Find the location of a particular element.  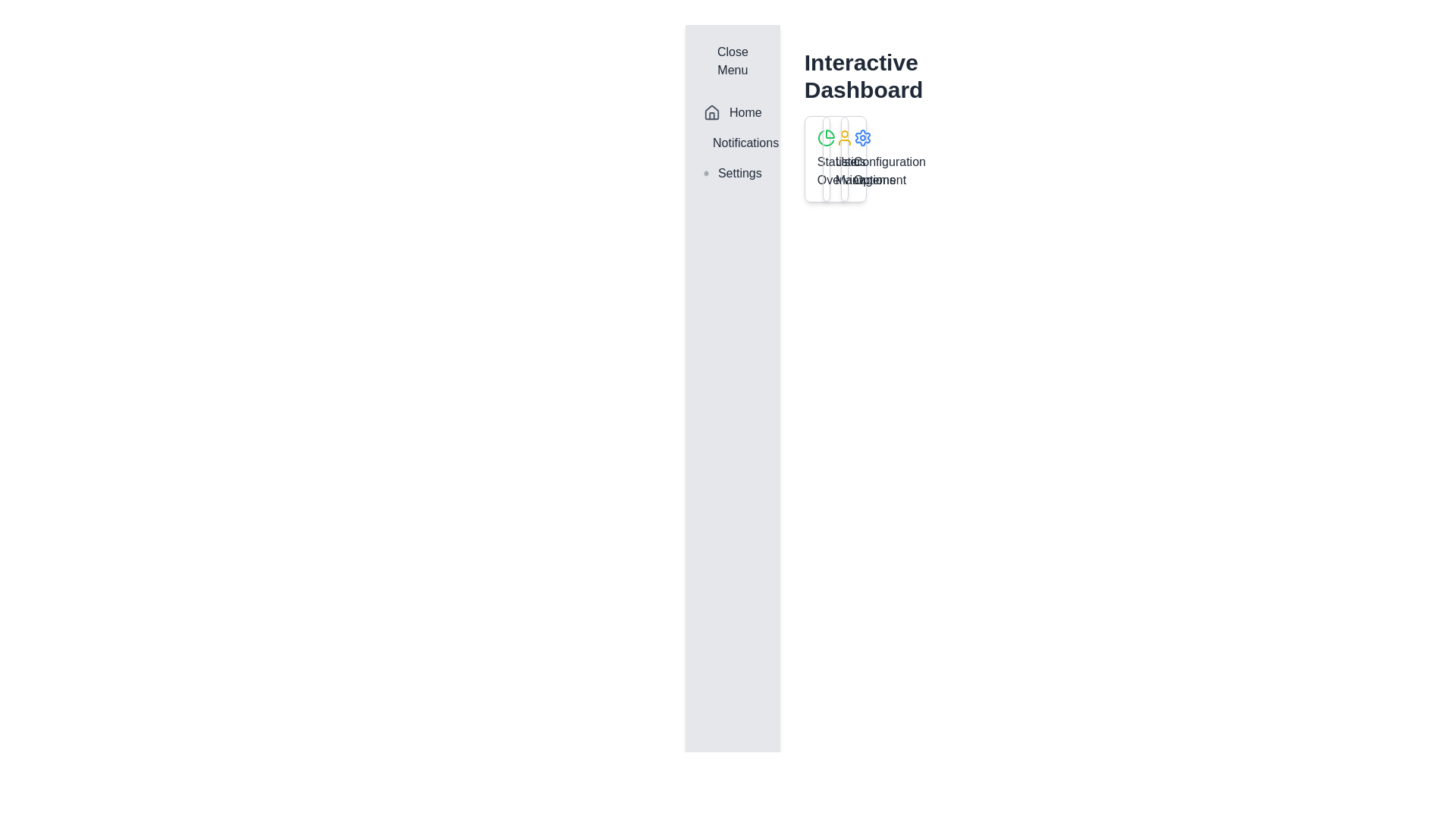

the 'Home' menu item in the vertical sidebar, which is the first entry and features a house icon and bold dark gray text is located at coordinates (733, 112).